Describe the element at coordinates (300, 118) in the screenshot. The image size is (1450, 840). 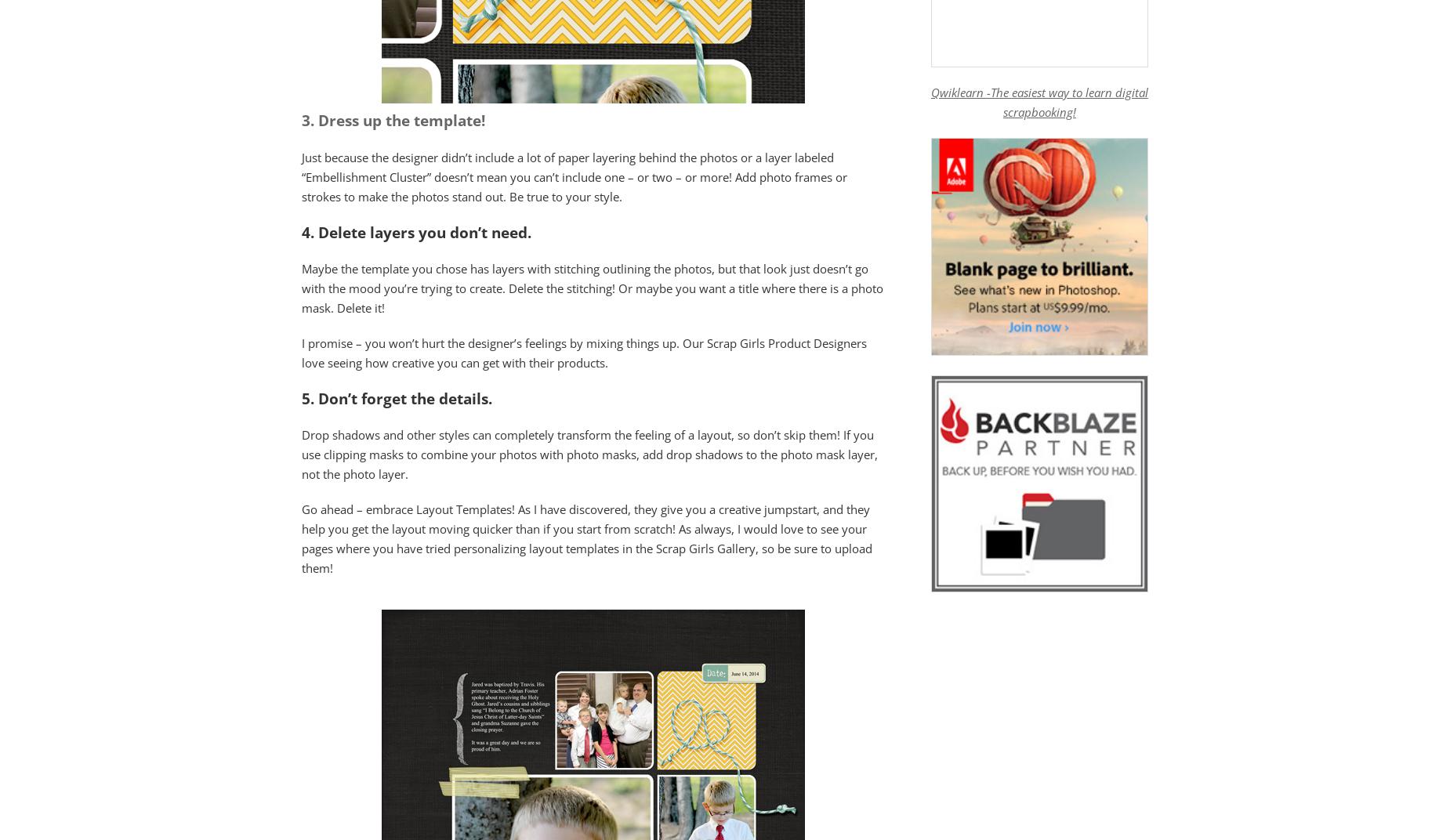
I see `'3.'` at that location.